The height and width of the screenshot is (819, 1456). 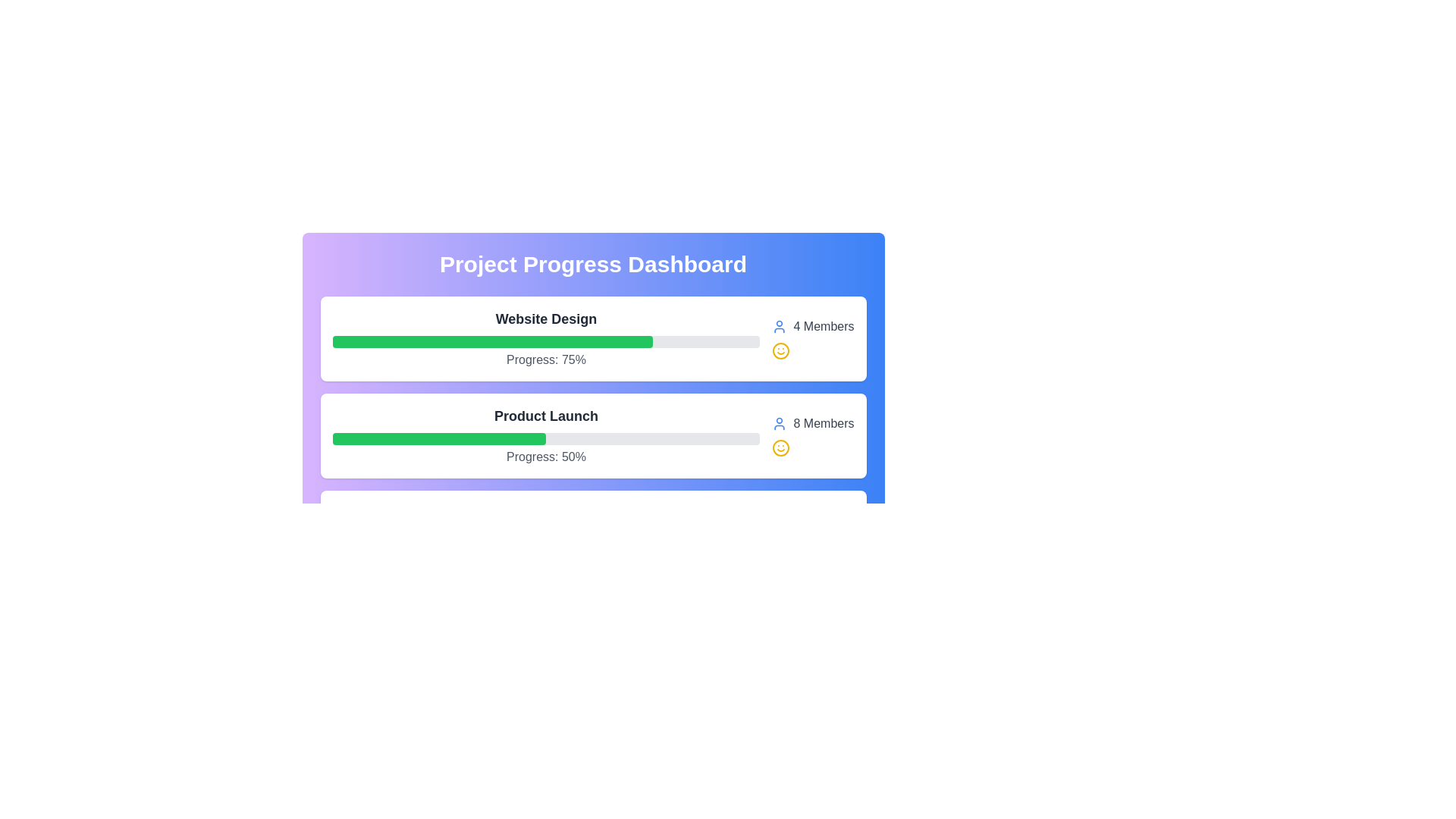 I want to click on the blue minimalist outline user icon representing a person, located to the left of the '4 Members' text within the card layout labeled 'Website Design', so click(x=780, y=326).